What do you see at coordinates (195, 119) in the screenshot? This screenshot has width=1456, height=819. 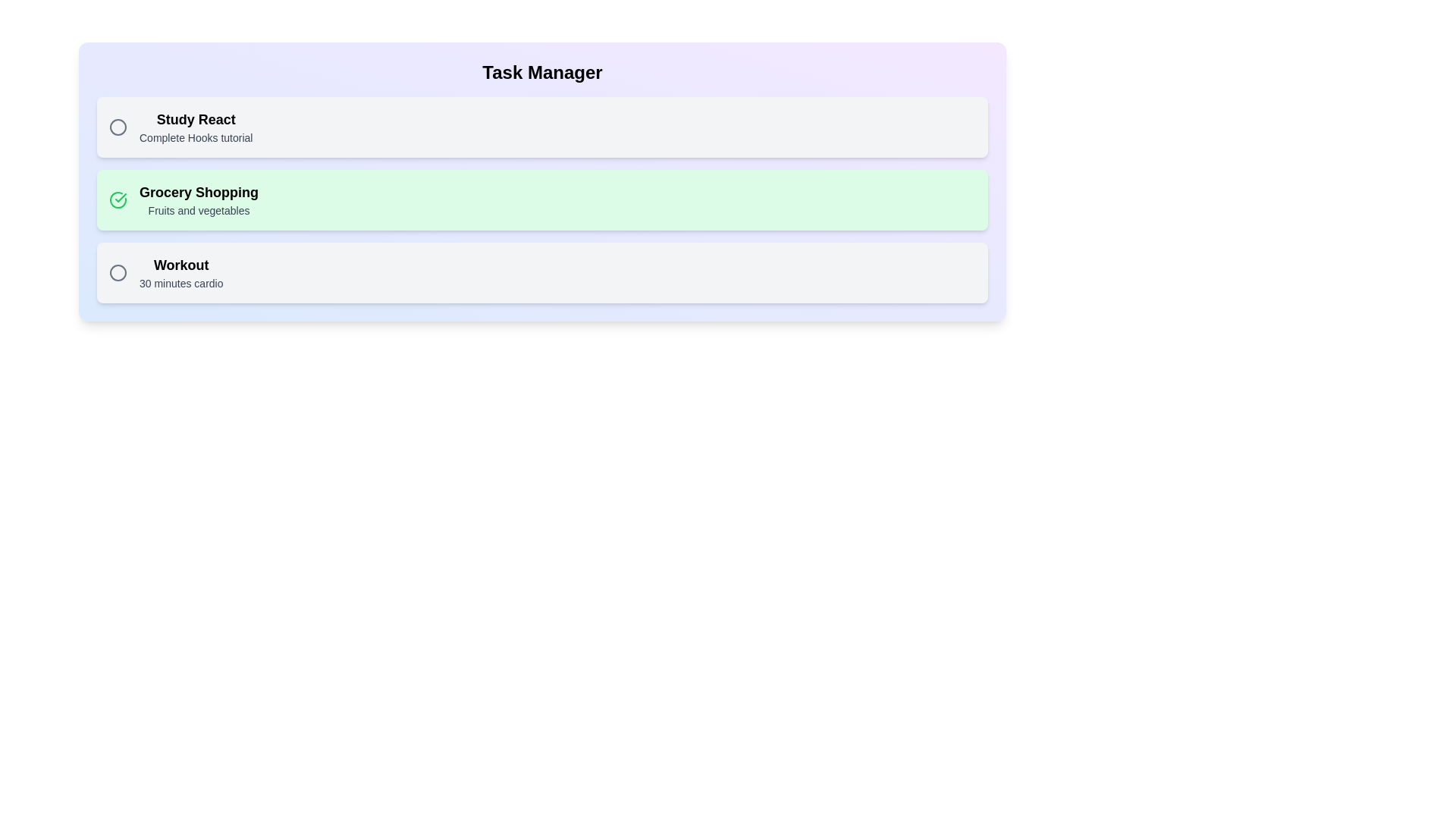 I see `the prominent text label styled in bold reading 'Study React', located at the top of the first task entry in the task list` at bounding box center [195, 119].